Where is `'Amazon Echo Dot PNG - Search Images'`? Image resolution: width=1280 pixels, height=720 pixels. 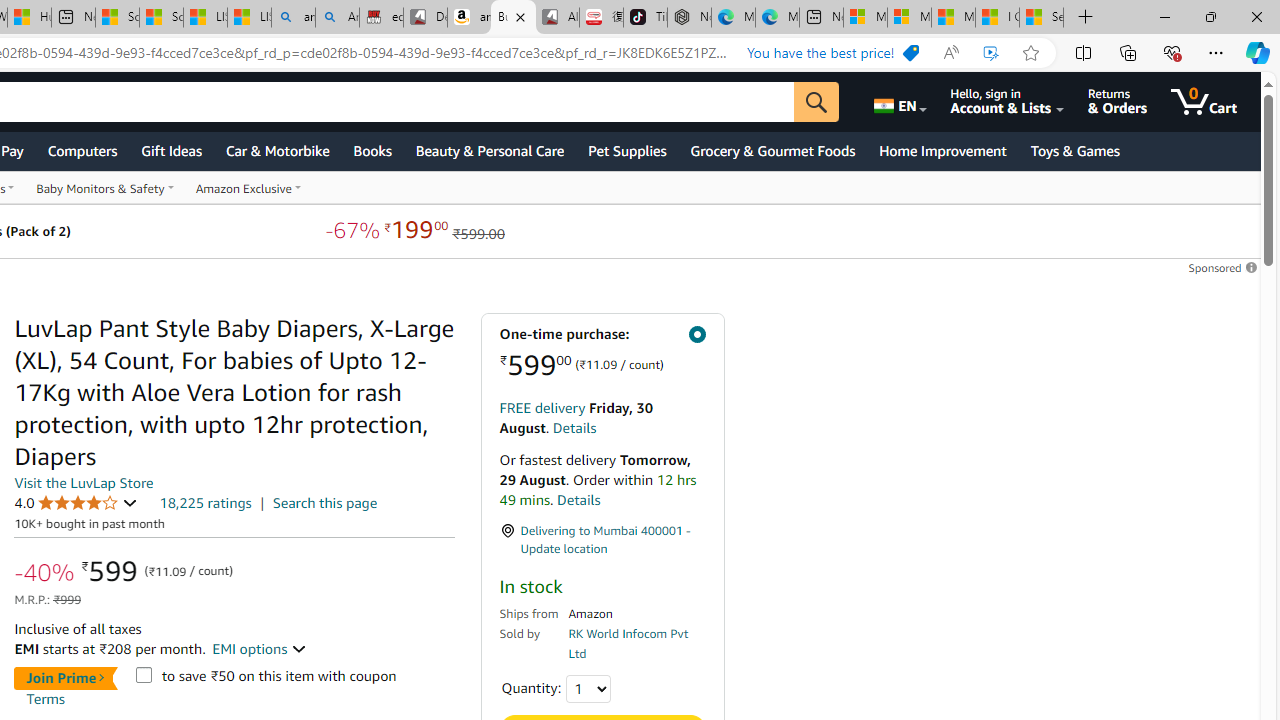
'Amazon Echo Dot PNG - Search Images' is located at coordinates (337, 17).